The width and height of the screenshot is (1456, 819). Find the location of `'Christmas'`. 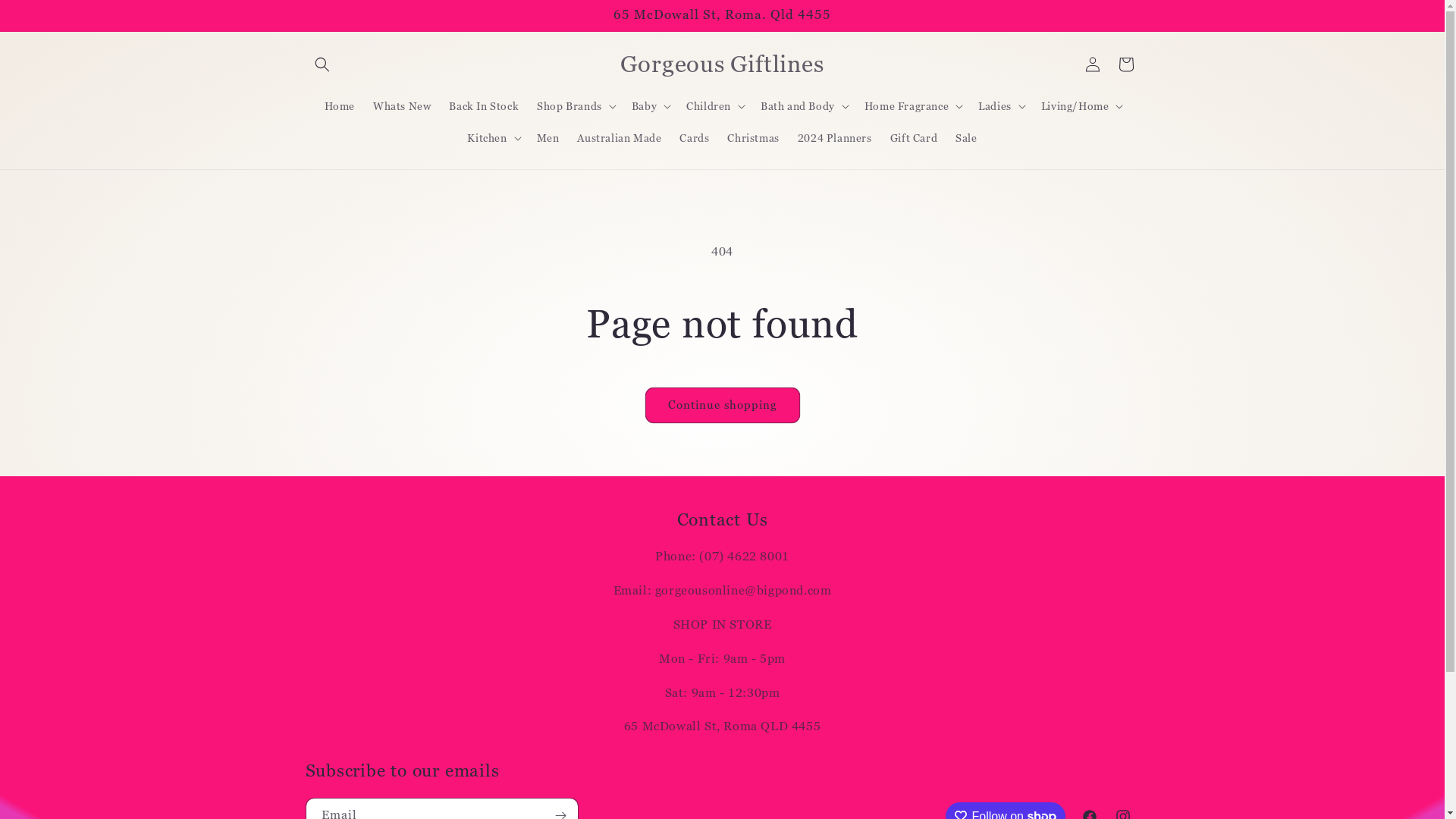

'Christmas' is located at coordinates (753, 137).